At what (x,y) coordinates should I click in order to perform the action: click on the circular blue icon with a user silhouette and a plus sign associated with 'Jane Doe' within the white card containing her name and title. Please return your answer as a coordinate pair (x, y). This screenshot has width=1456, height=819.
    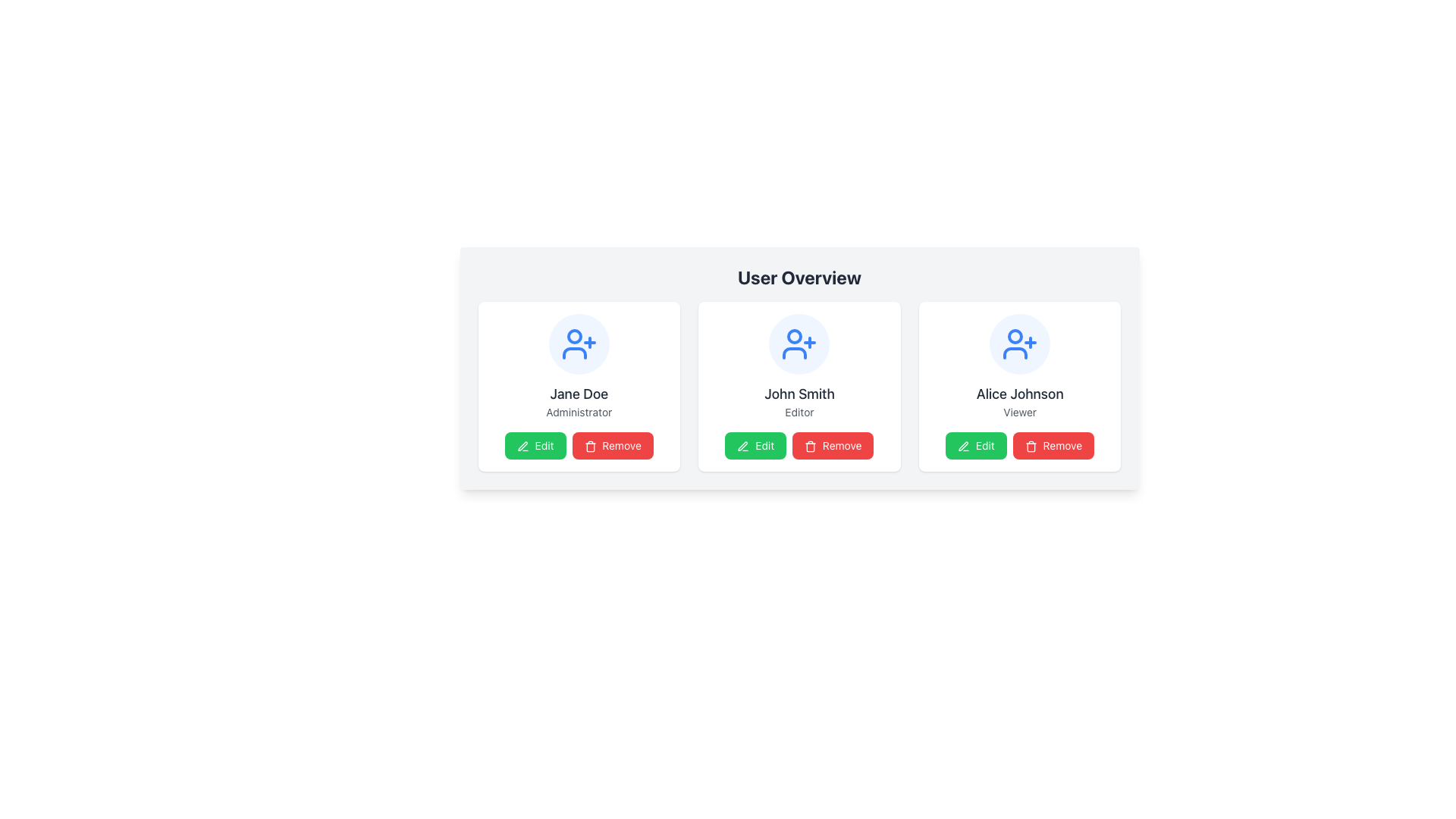
    Looking at the image, I should click on (578, 344).